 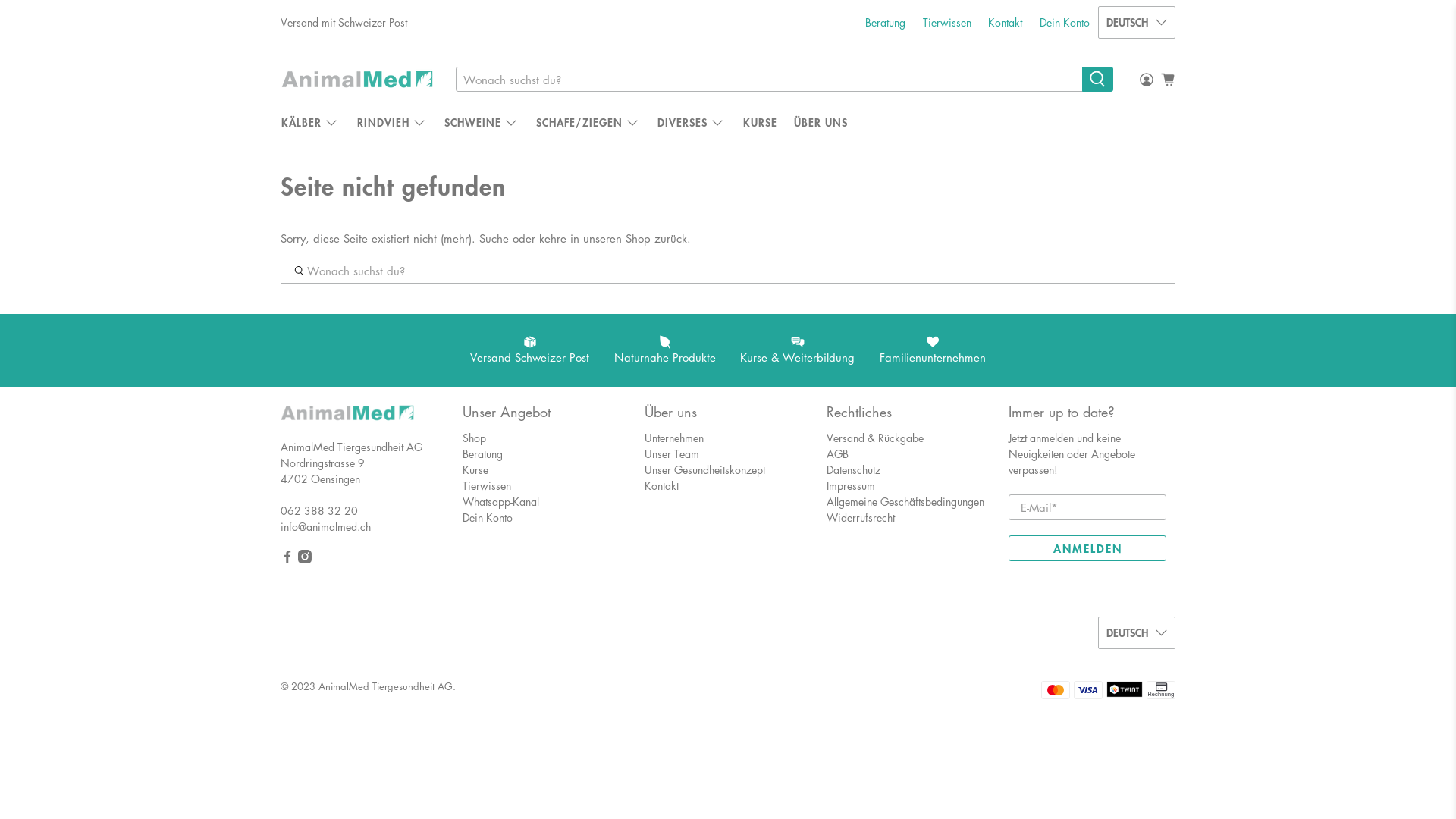 What do you see at coordinates (853, 468) in the screenshot?
I see `'Datenschutz'` at bounding box center [853, 468].